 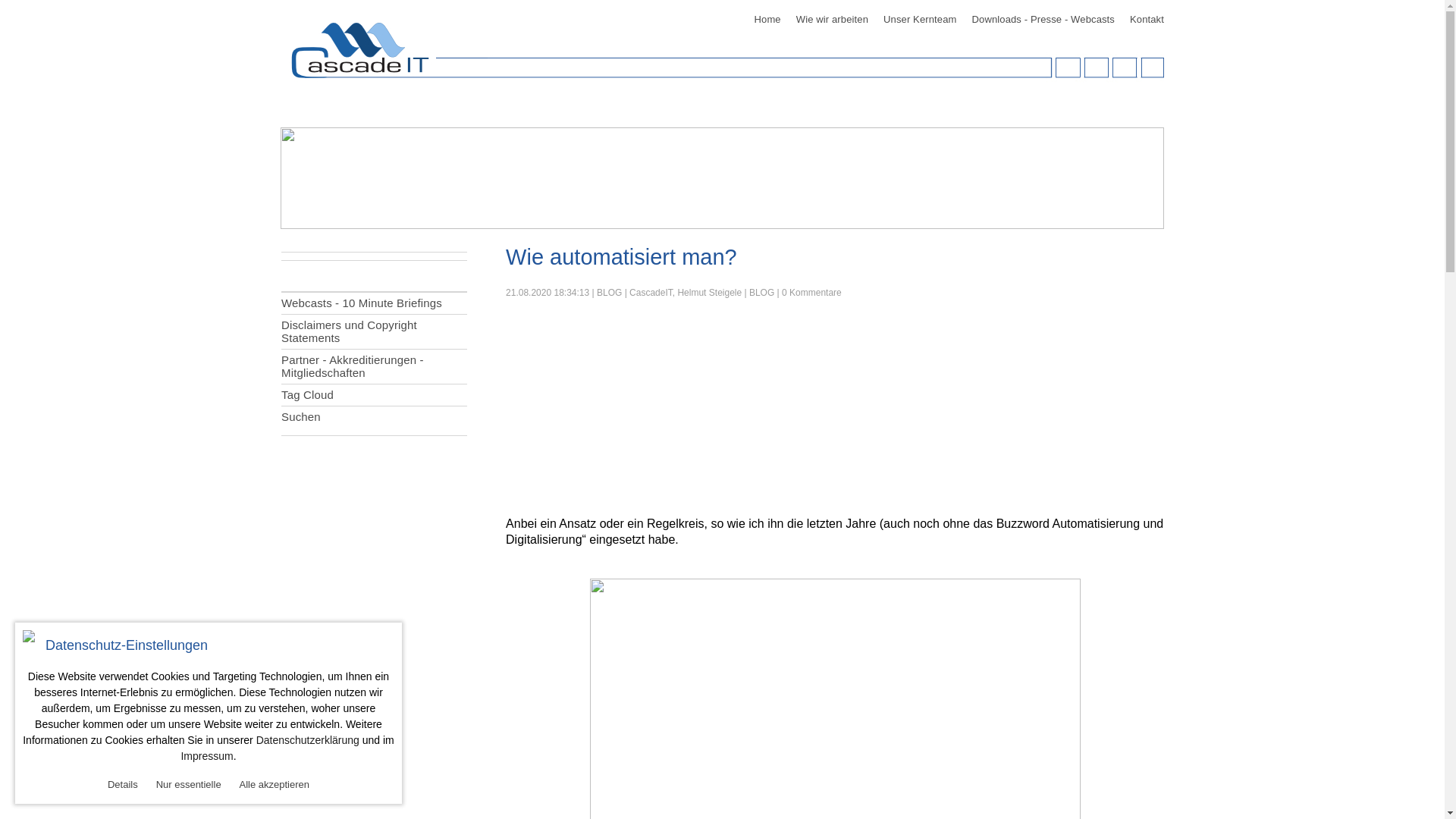 What do you see at coordinates (374, 330) in the screenshot?
I see `'Disclaimers und Copyright Statements'` at bounding box center [374, 330].